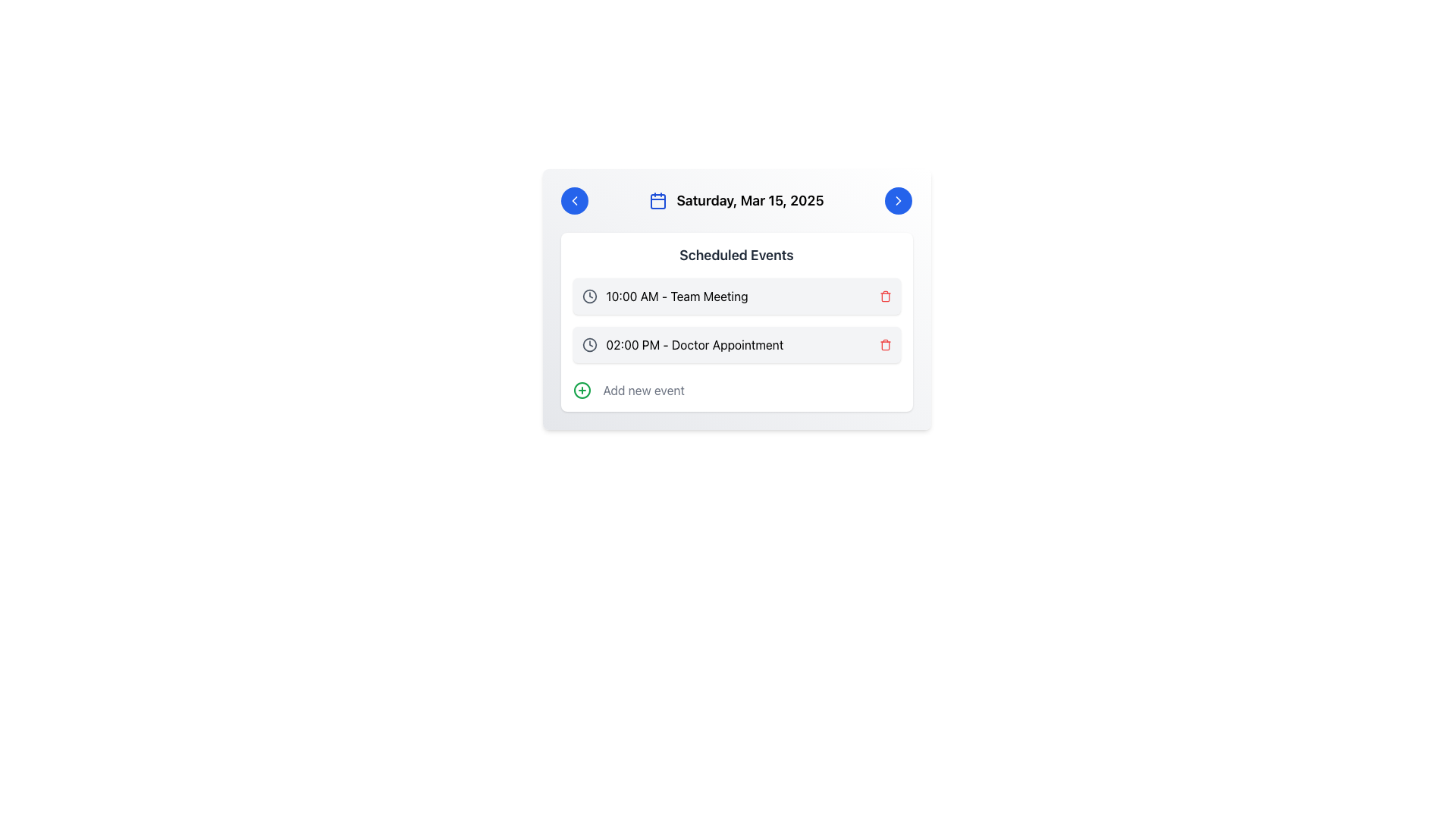  What do you see at coordinates (581, 390) in the screenshot?
I see `the interactive icon located to the left of the 'Add new event' text to initiate the creation of a new event` at bounding box center [581, 390].